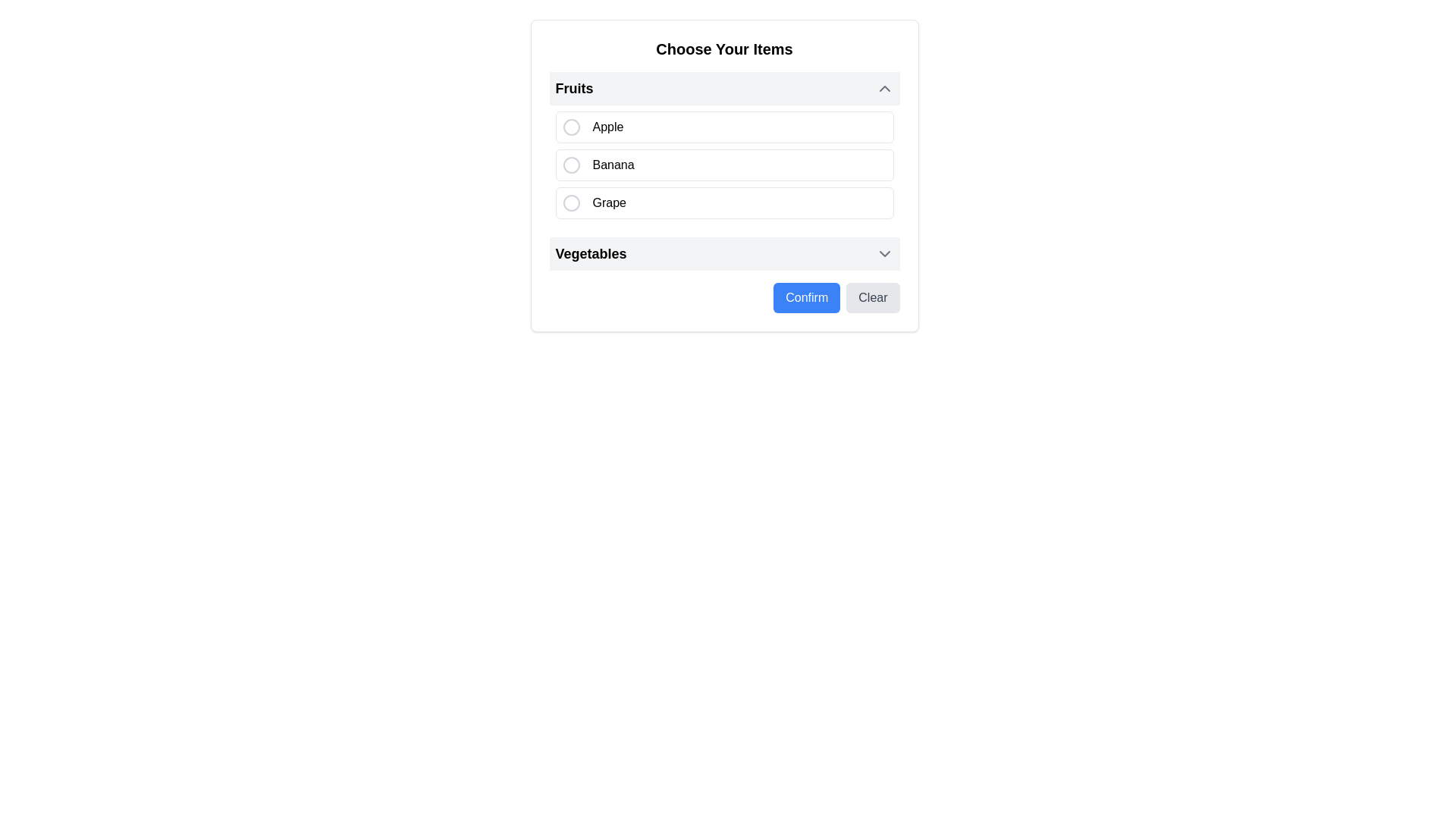 The image size is (1456, 819). Describe the element at coordinates (723, 165) in the screenshot. I see `the 'Banana' radio button in the vertical stack of selectable items labeled 'Apple', 'Banana', and 'Grape' within the 'Fruits' section` at that location.